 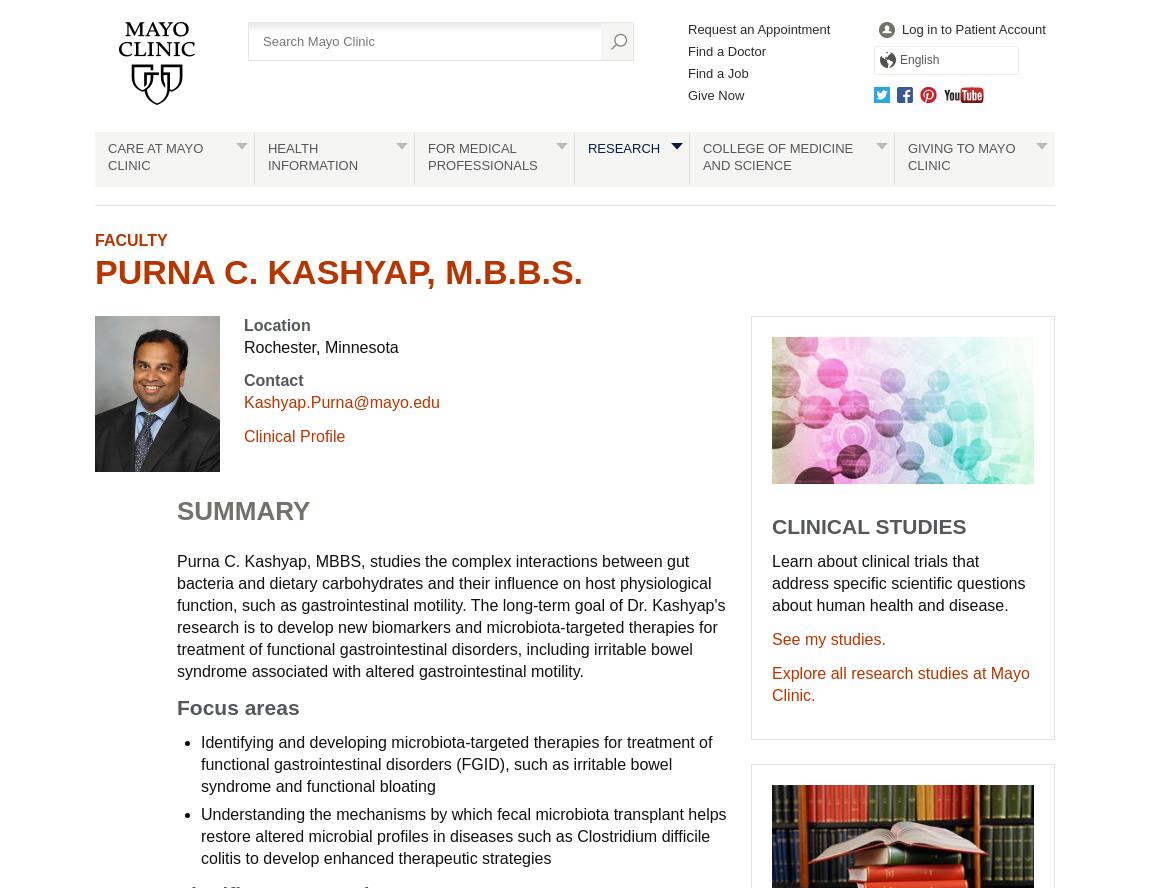 I want to click on 'Purna C. Kashyap, M.B.B.S.', so click(x=339, y=271).